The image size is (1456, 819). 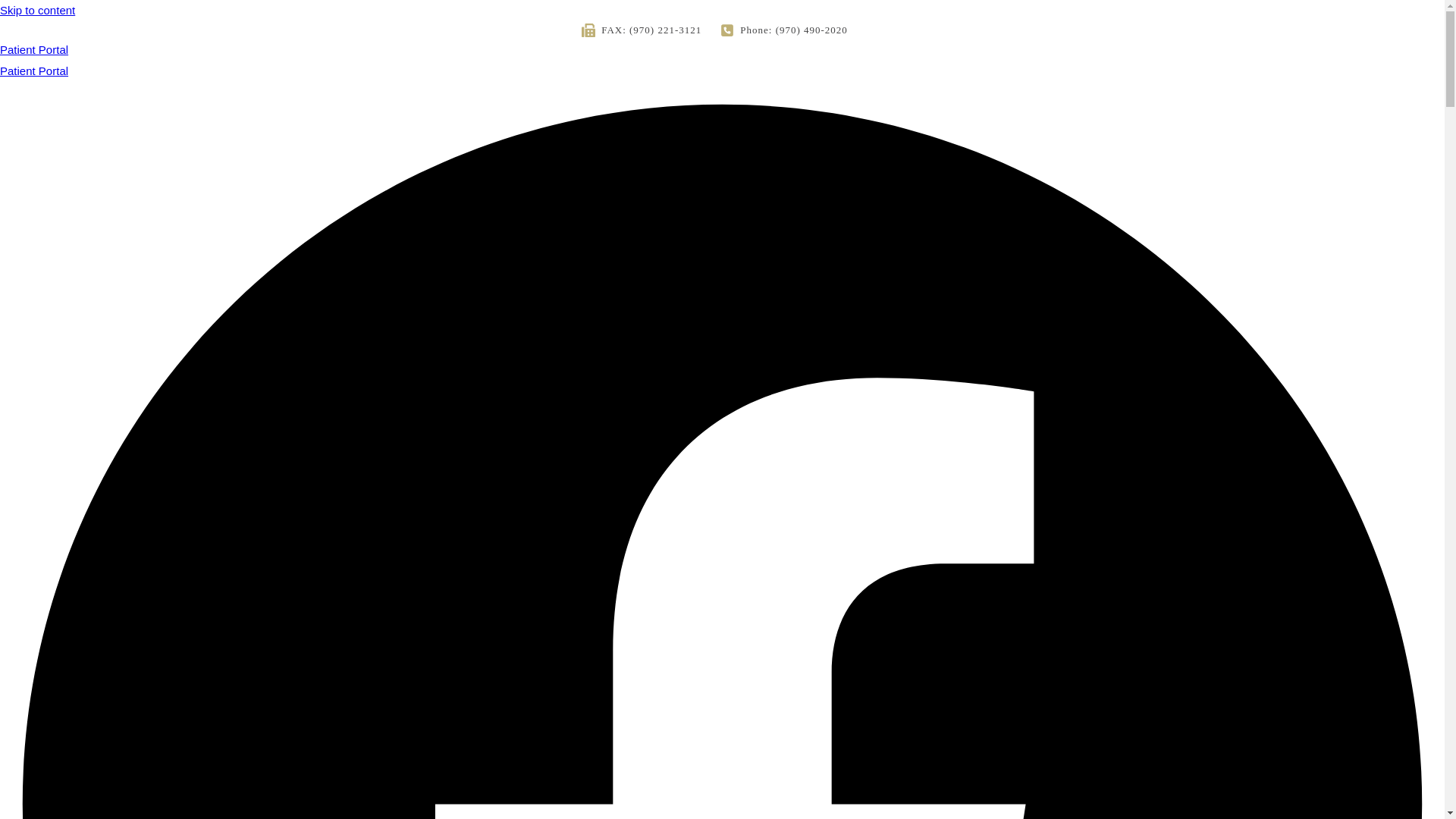 I want to click on 'Patient Portal', so click(x=33, y=71).